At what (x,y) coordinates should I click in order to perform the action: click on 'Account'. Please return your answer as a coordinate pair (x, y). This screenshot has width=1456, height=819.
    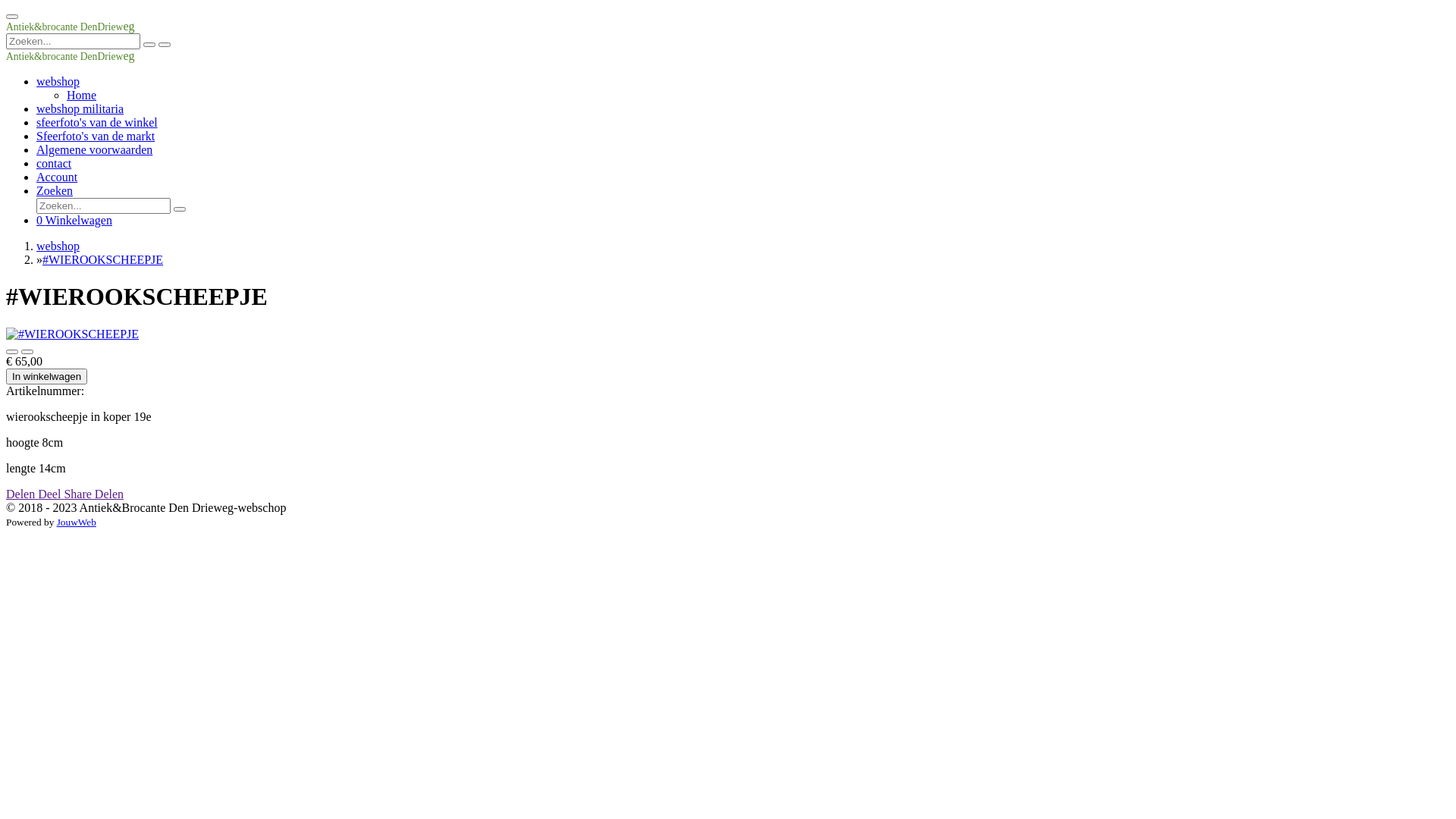
    Looking at the image, I should click on (57, 176).